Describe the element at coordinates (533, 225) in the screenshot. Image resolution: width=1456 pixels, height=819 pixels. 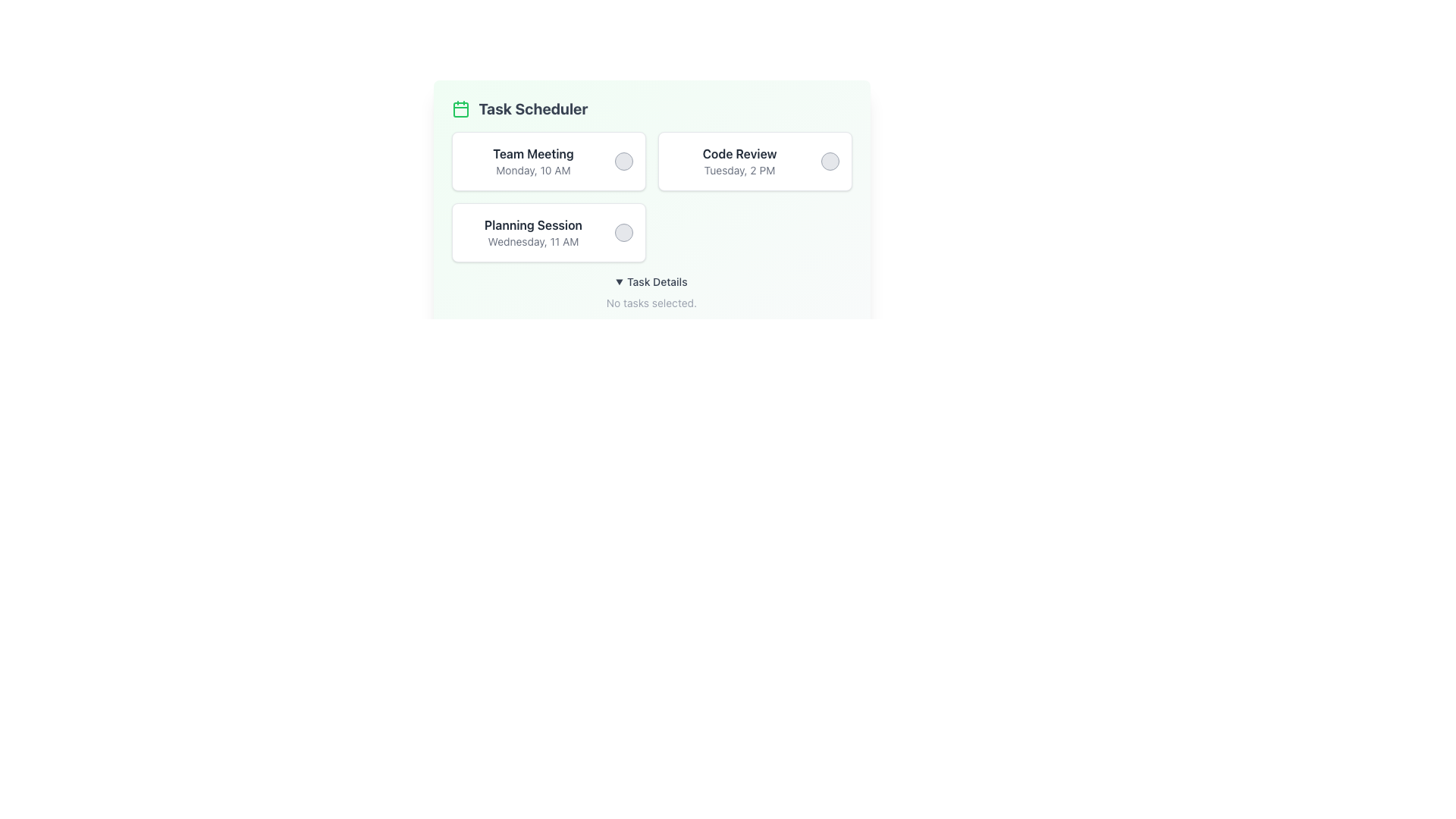
I see `the title label of a task item in the 'Planning Session' card located in the Task Scheduler section, which is centered above the secondary text 'Wednesday, 11 AM'` at that location.